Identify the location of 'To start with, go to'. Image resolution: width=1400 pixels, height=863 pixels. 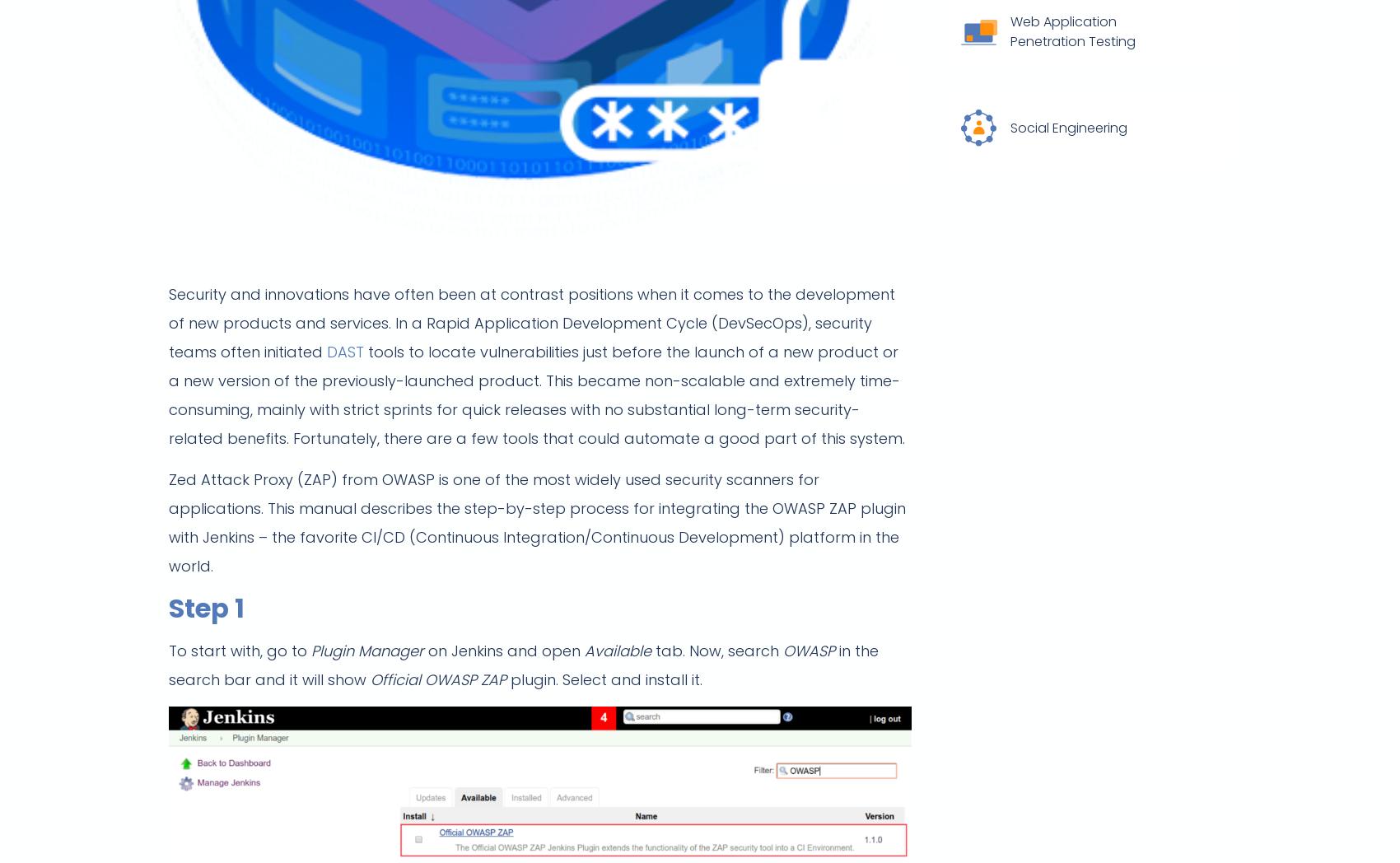
(168, 650).